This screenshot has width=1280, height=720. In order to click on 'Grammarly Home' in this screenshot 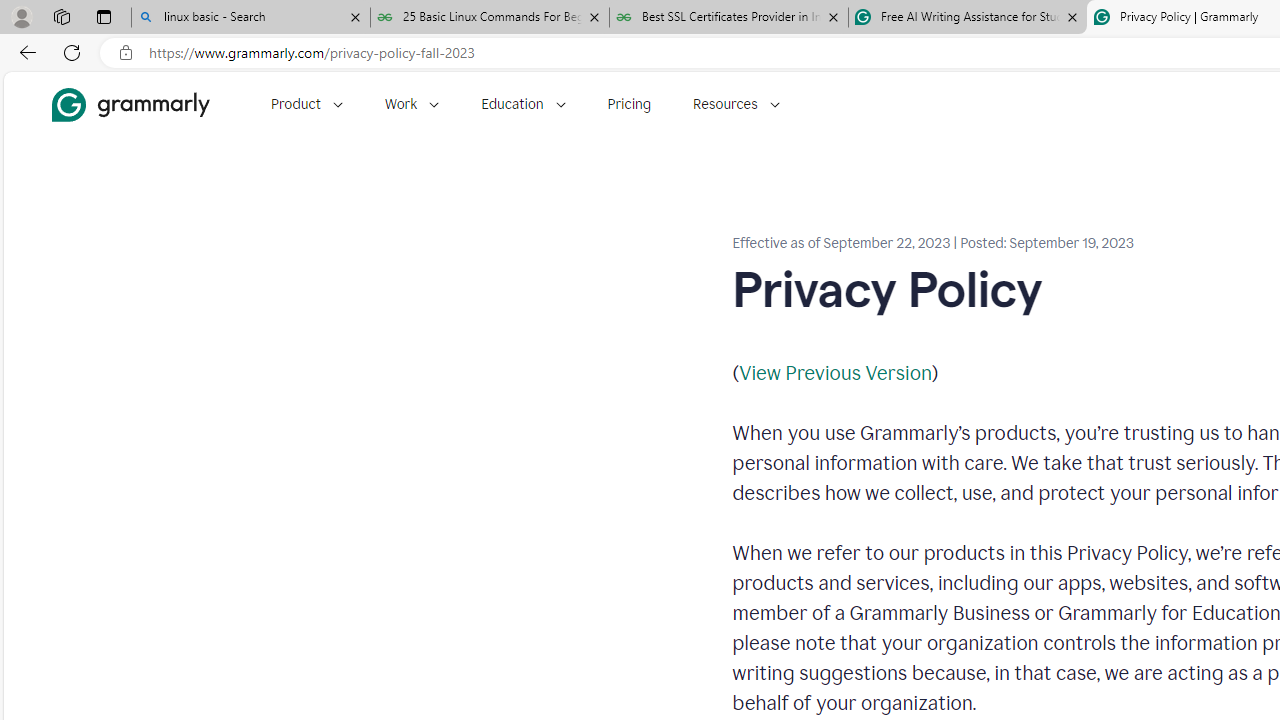, I will do `click(130, 104)`.